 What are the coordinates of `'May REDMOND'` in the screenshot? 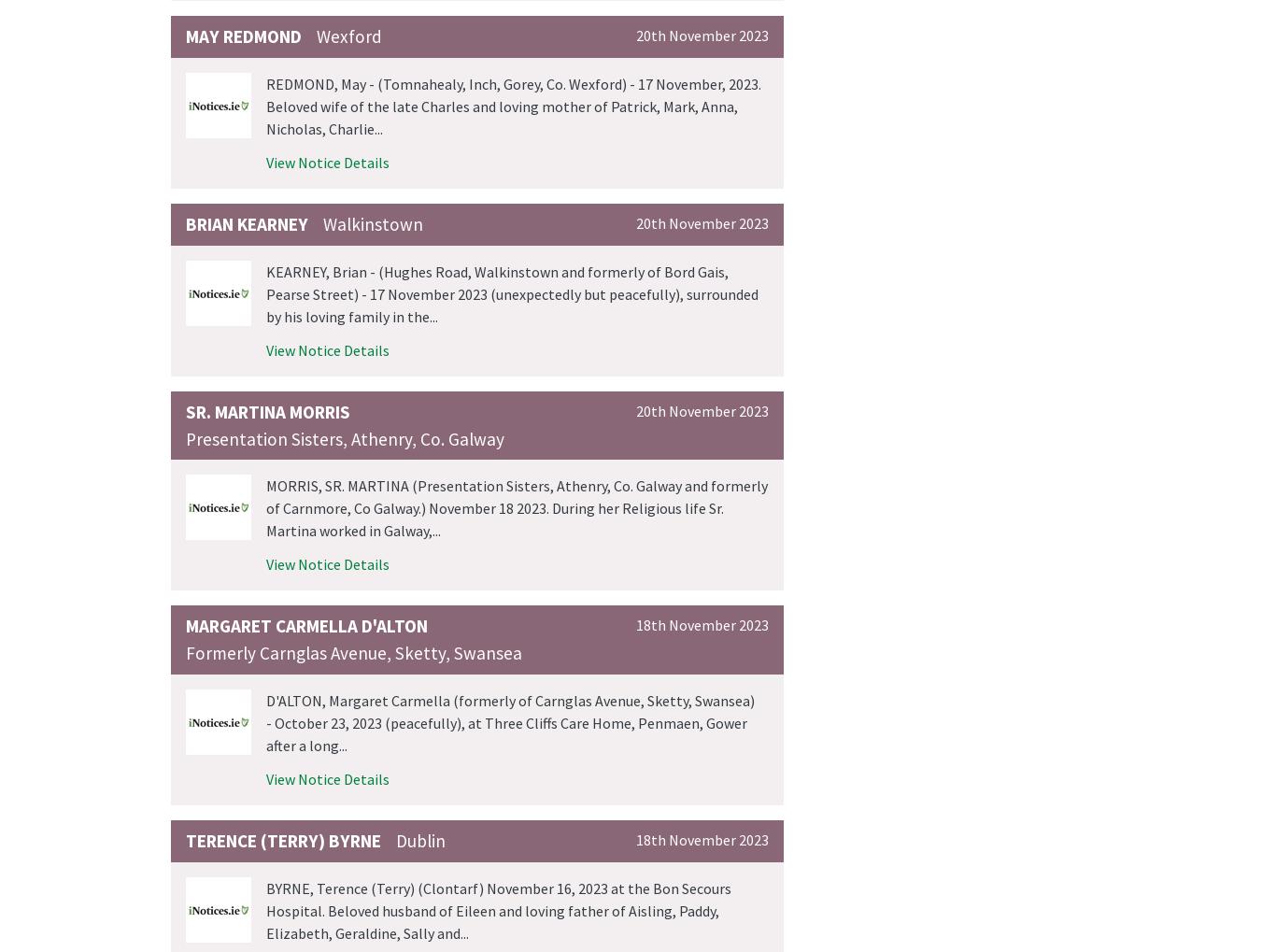 It's located at (244, 36).